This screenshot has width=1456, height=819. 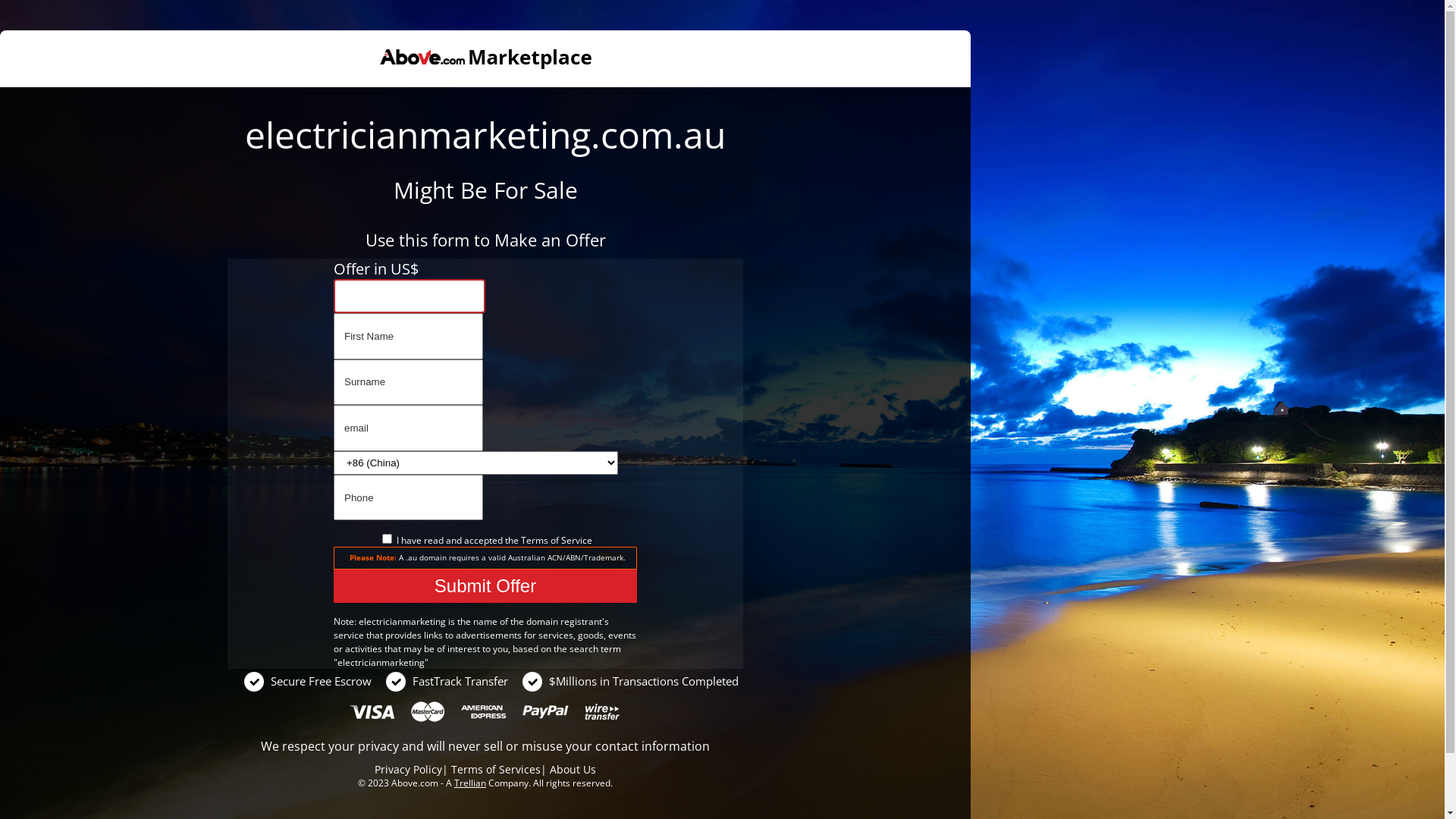 What do you see at coordinates (375, 769) in the screenshot?
I see `'Privacy Policy'` at bounding box center [375, 769].